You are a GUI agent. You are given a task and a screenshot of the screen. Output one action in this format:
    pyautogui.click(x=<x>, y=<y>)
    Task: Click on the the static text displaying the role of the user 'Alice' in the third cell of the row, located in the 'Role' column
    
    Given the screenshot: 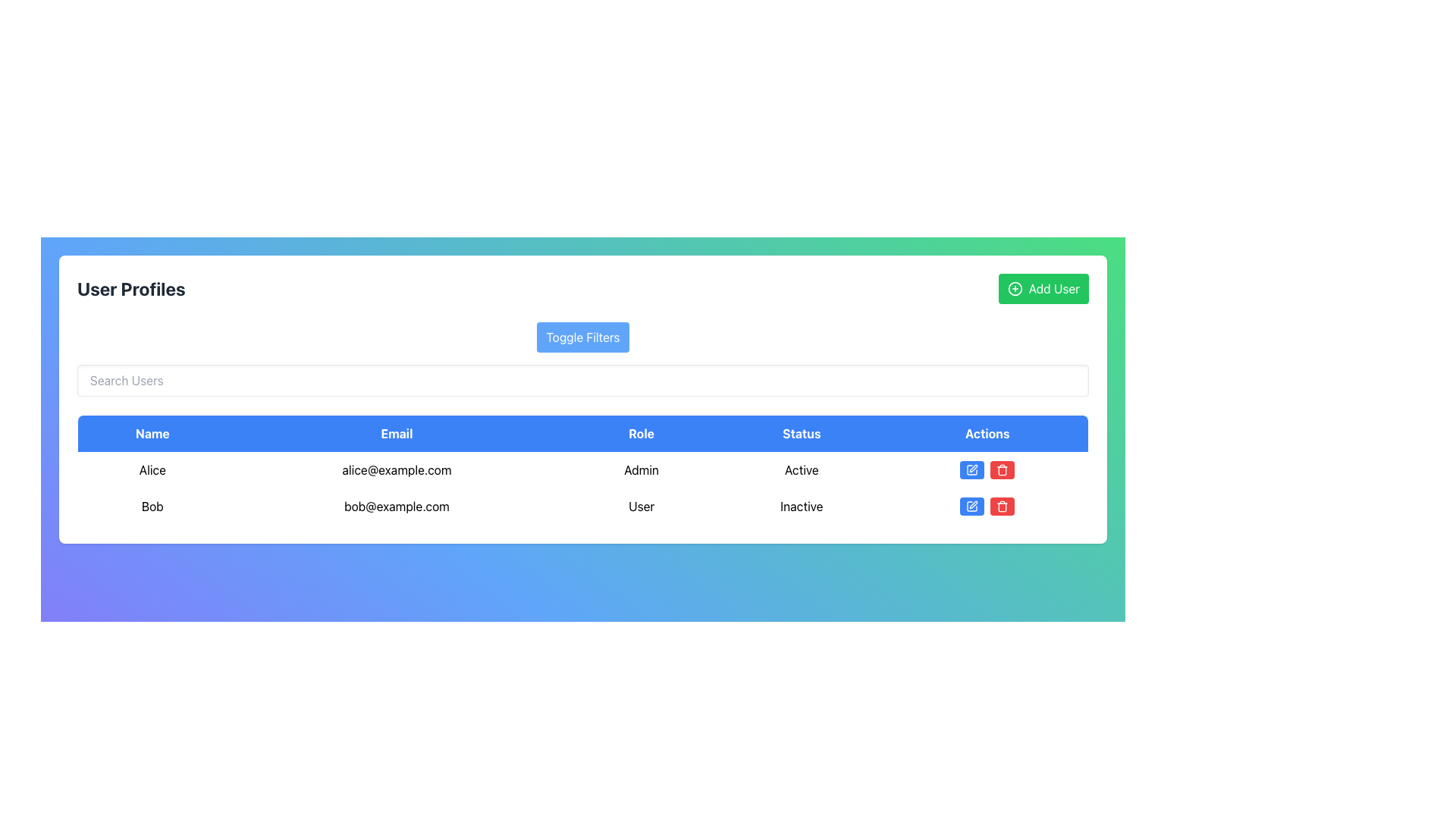 What is the action you would take?
    pyautogui.click(x=642, y=469)
    